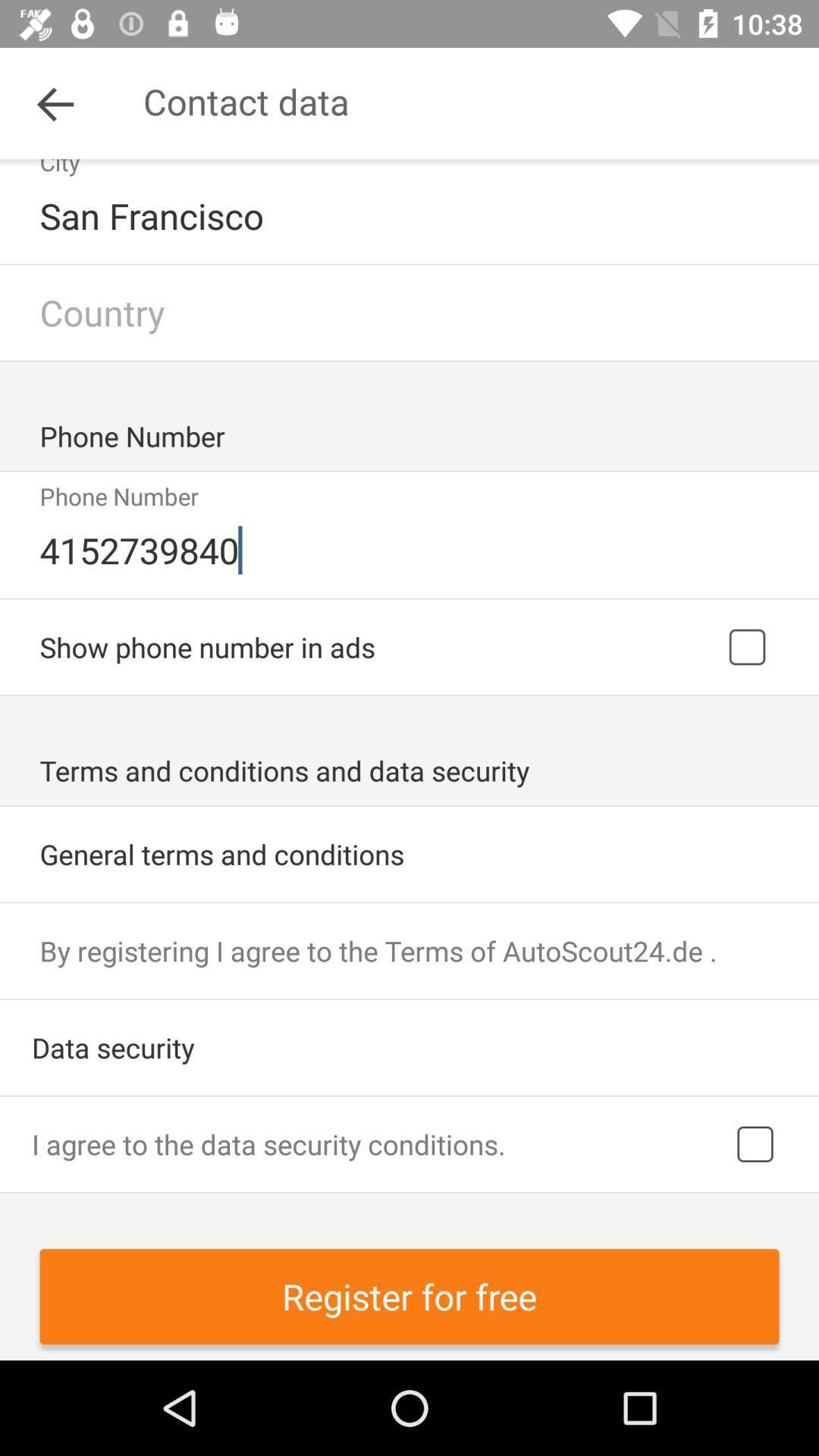 The height and width of the screenshot is (1456, 819). What do you see at coordinates (411, 215) in the screenshot?
I see `the icon below the city item` at bounding box center [411, 215].